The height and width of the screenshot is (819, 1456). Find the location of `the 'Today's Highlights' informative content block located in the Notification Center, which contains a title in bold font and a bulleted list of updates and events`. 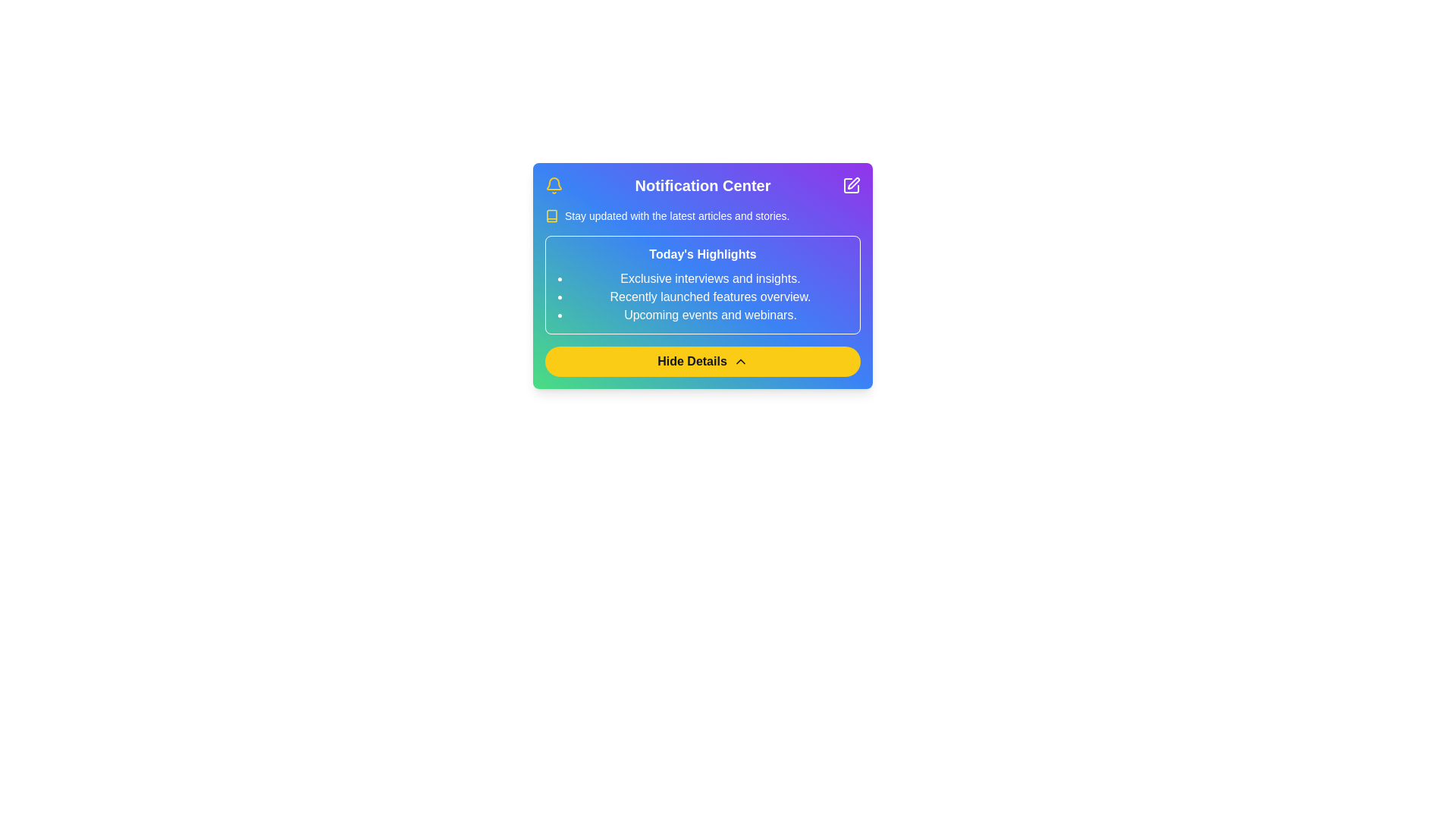

the 'Today's Highlights' informative content block located in the Notification Center, which contains a title in bold font and a bulleted list of updates and events is located at coordinates (701, 271).